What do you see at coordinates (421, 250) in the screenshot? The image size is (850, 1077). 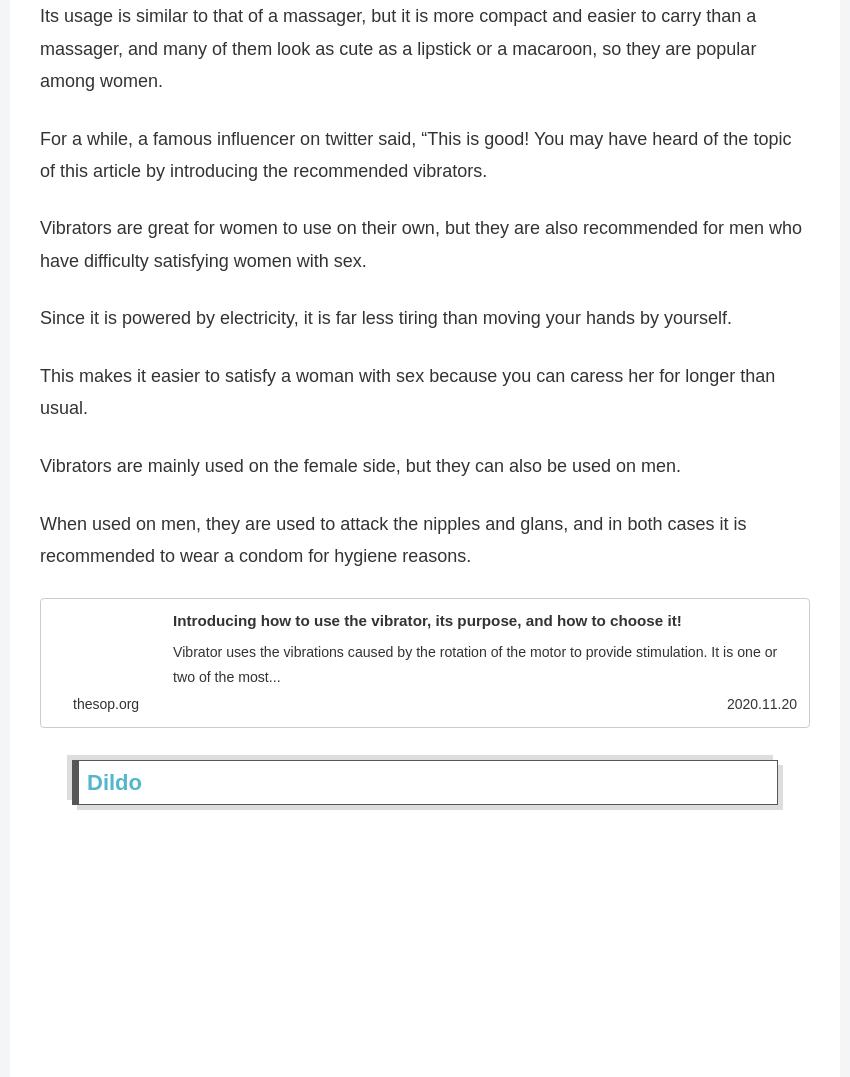 I see `'Vibrators are great for women to use on their own, but they are also recommended for men who have difficulty satisfying women with sex.'` at bounding box center [421, 250].